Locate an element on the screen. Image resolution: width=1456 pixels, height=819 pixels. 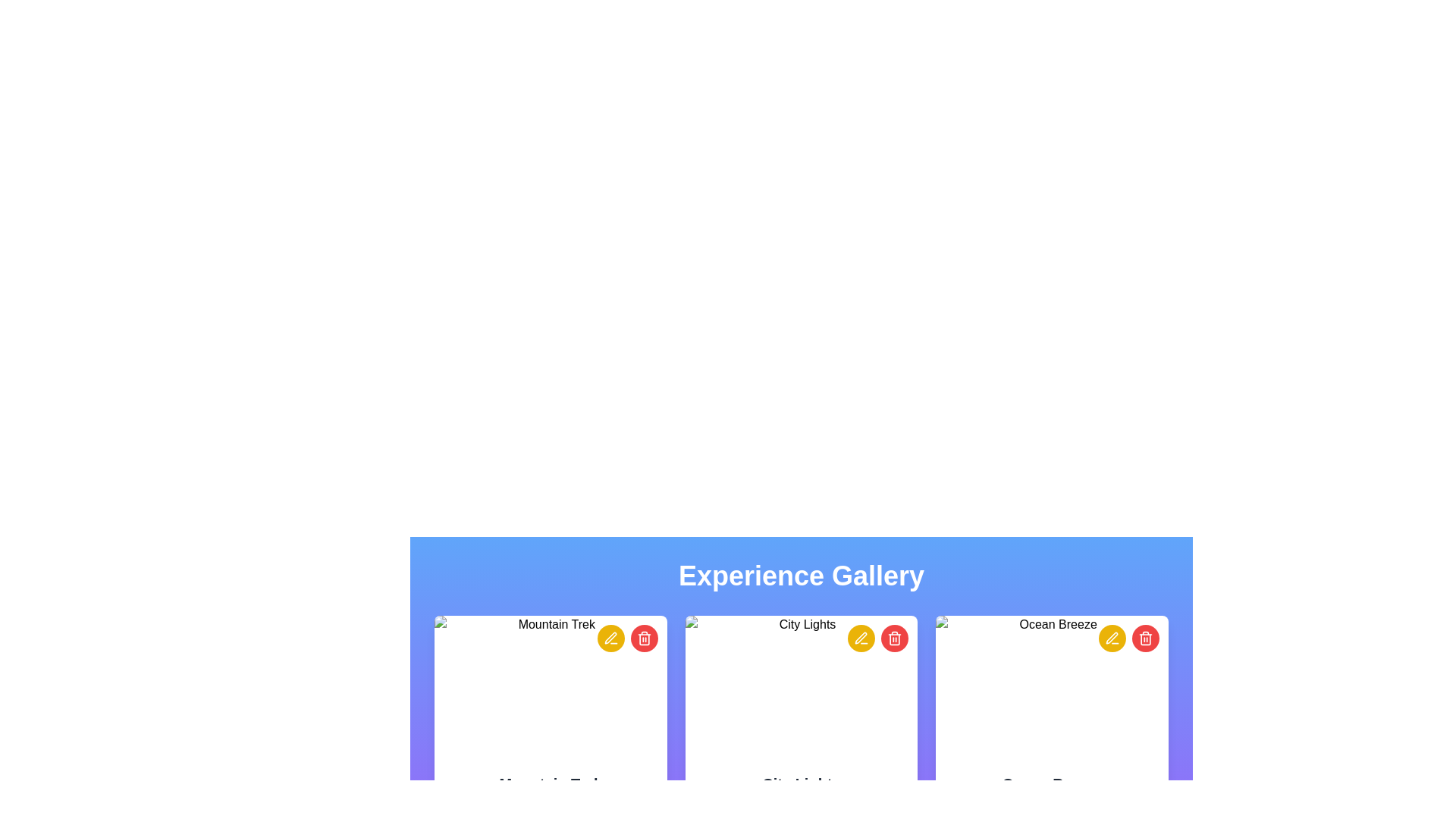
the yellow pen icon to the left of the red trash icon in the Ocean Breeze card to initiate the edit action is located at coordinates (1112, 638).